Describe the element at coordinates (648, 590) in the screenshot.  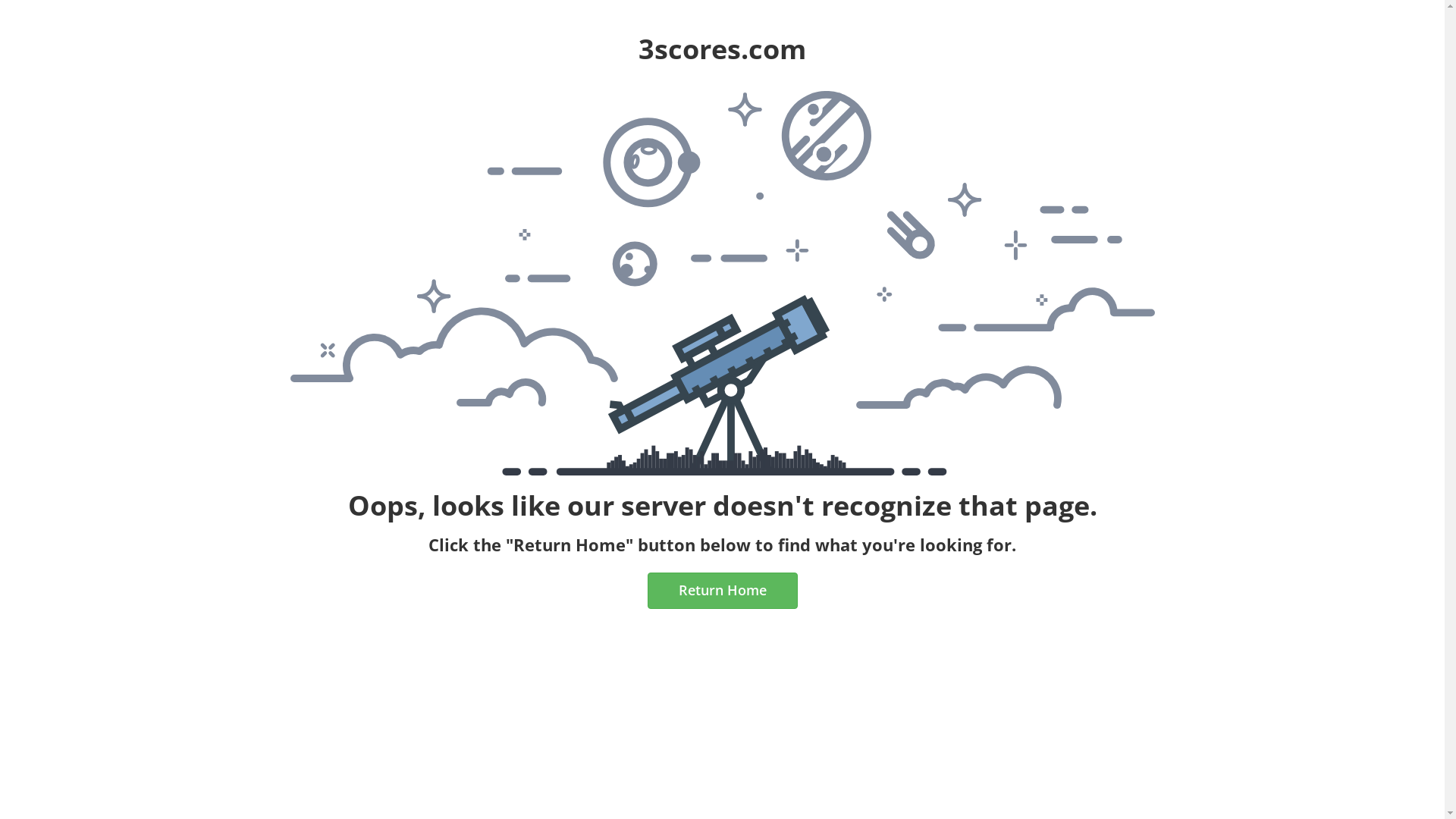
I see `'Return Home'` at that location.